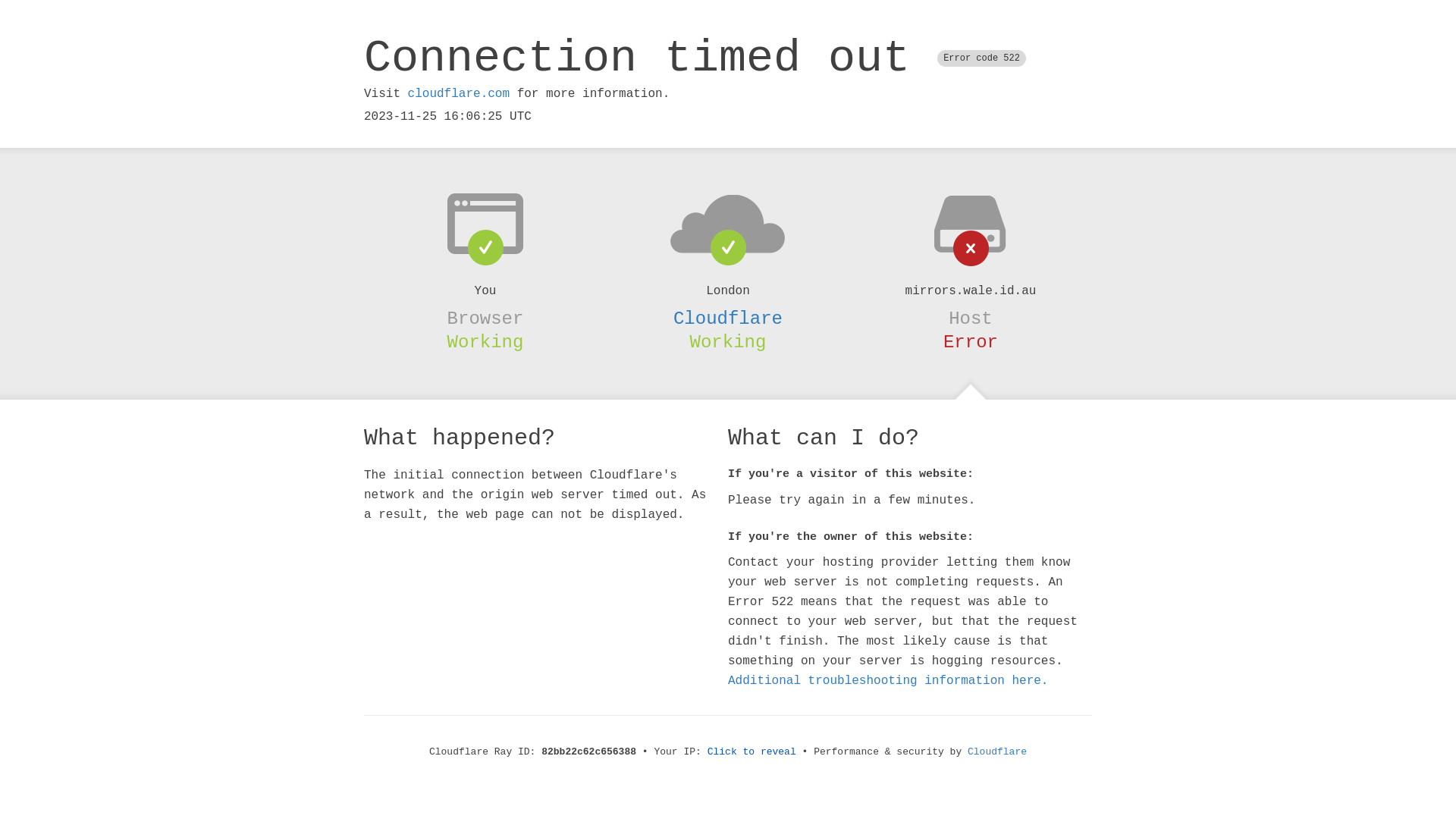 The height and width of the screenshot is (819, 1456). I want to click on 'cloudflare.com', so click(457, 93).